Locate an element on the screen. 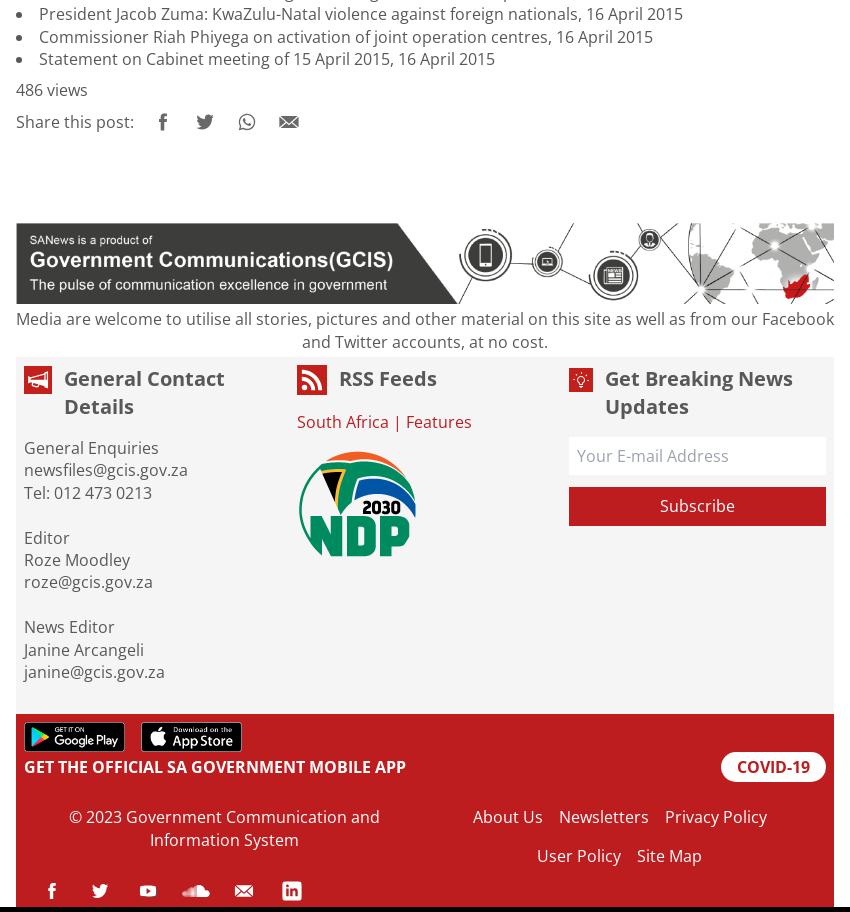 The height and width of the screenshot is (912, 850). 'Tel: 012 473 0213' is located at coordinates (86, 492).